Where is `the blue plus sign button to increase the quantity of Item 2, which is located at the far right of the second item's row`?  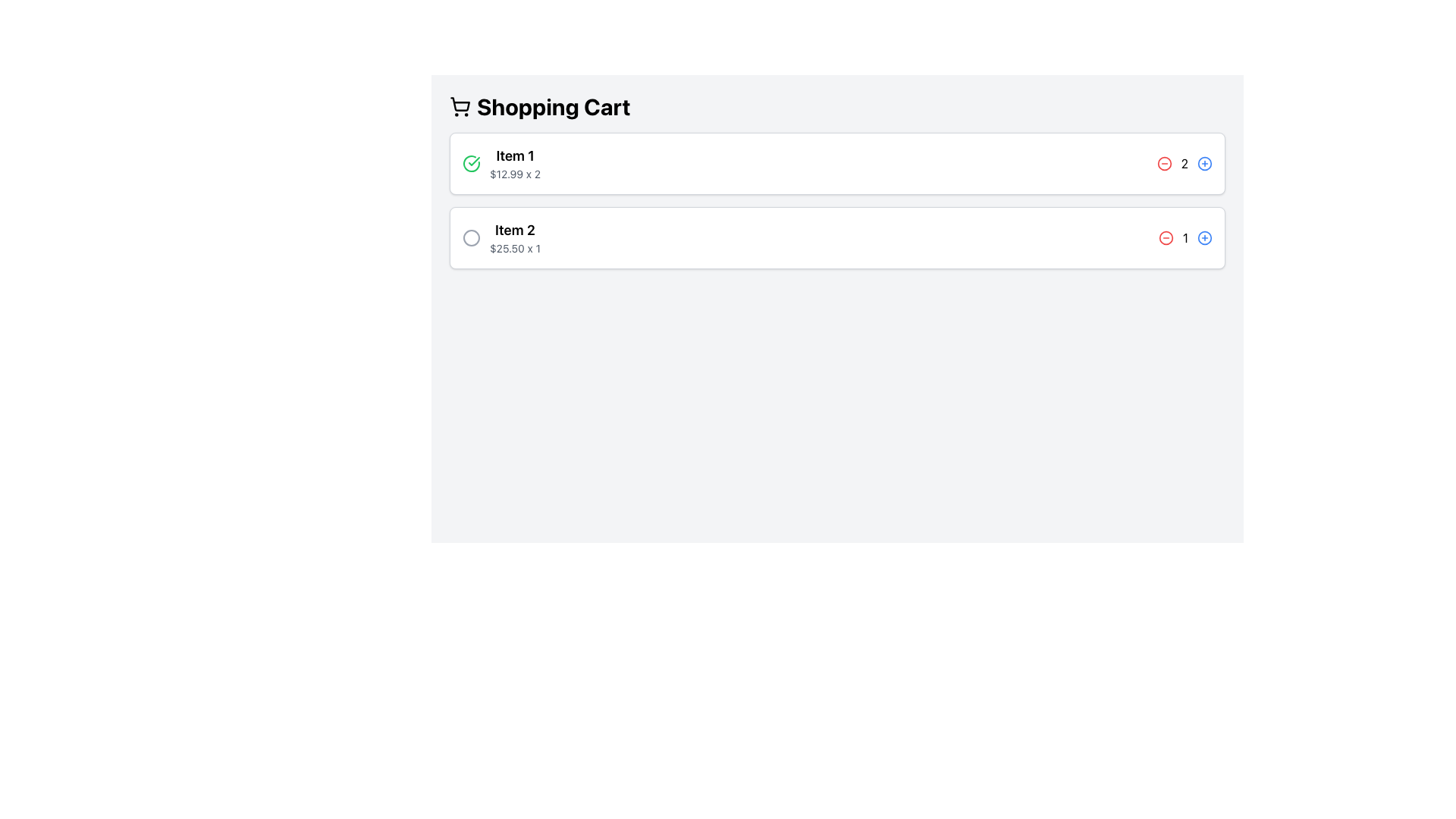
the blue plus sign button to increase the quantity of Item 2, which is located at the far right of the second item's row is located at coordinates (1203, 237).